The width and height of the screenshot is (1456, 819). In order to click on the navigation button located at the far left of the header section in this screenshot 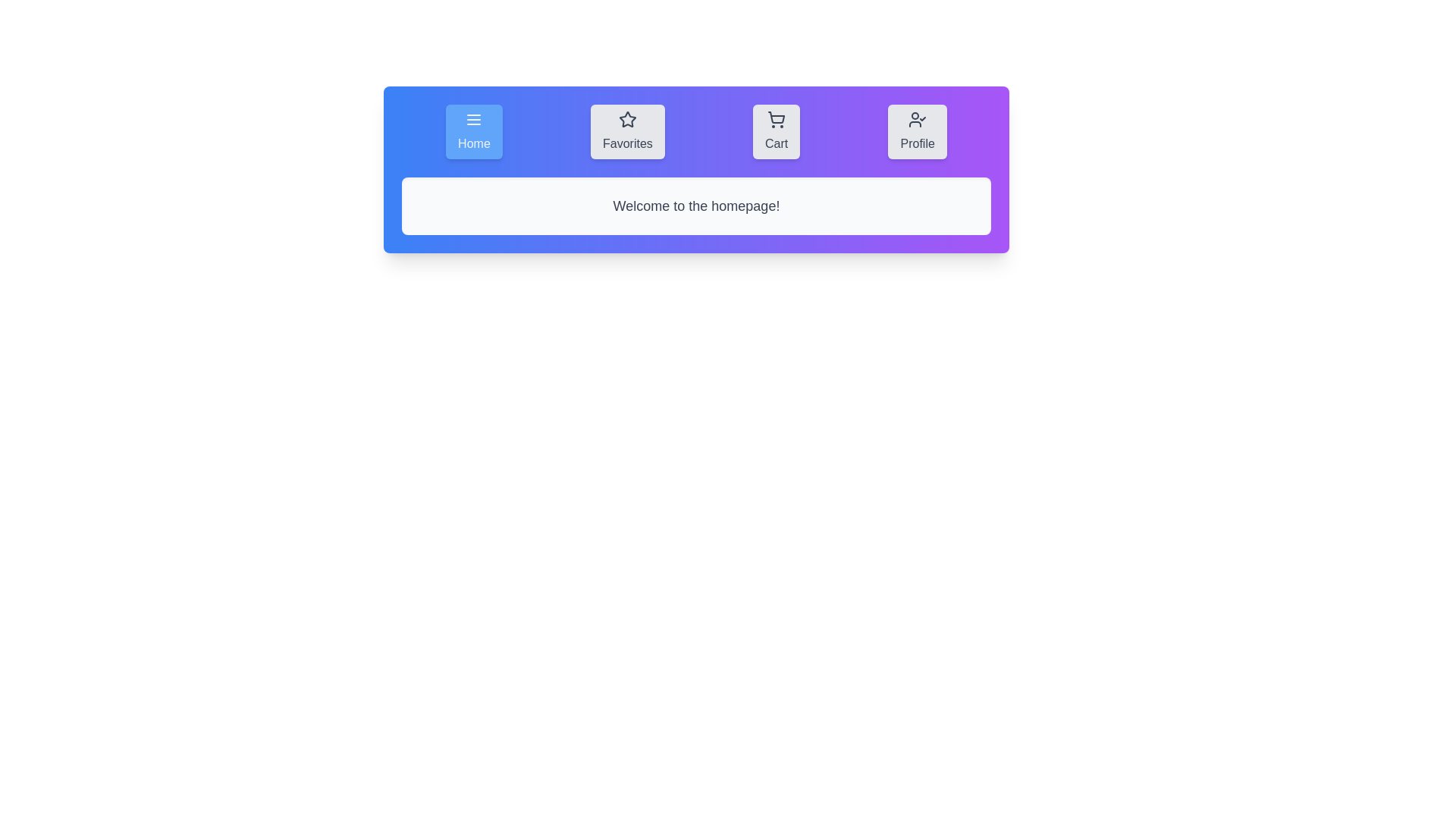, I will do `click(473, 130)`.